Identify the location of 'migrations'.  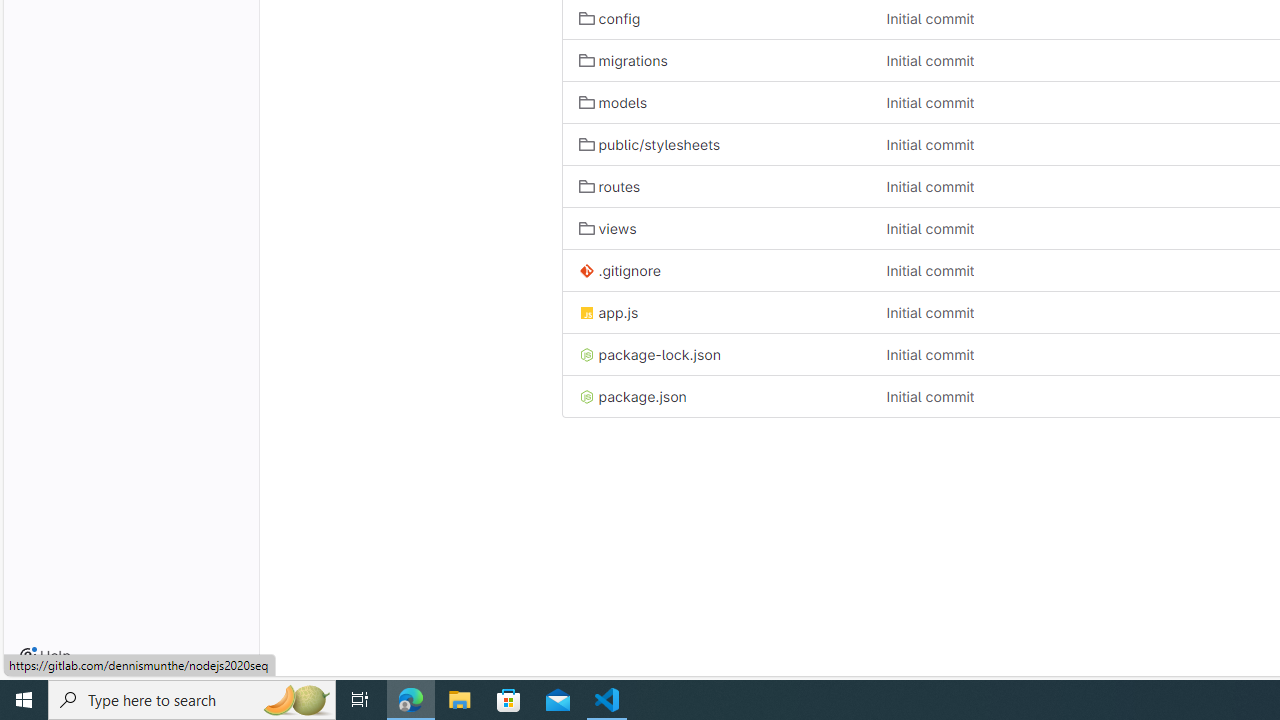
(622, 59).